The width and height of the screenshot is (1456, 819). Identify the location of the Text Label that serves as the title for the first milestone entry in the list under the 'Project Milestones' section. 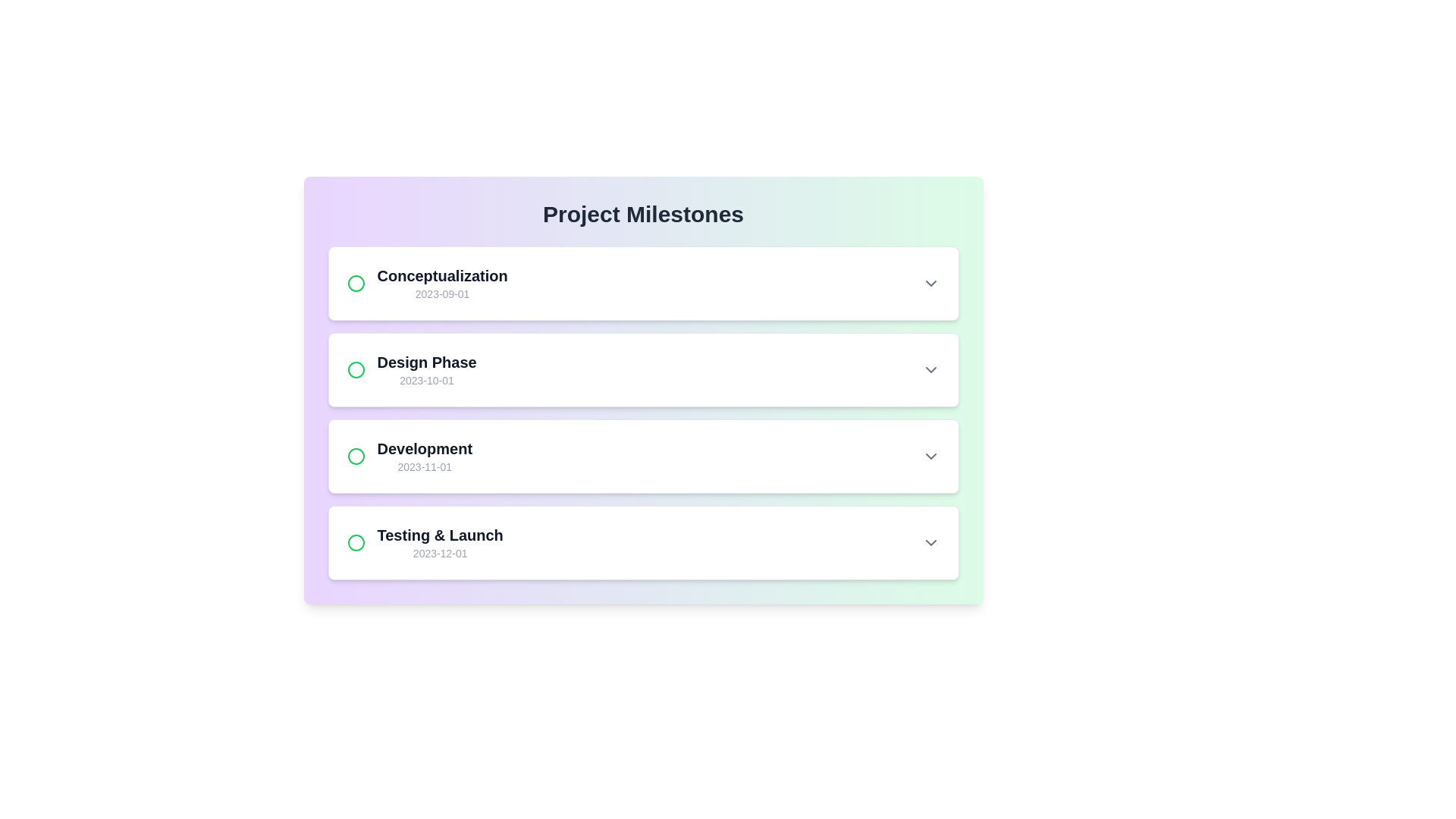
(441, 275).